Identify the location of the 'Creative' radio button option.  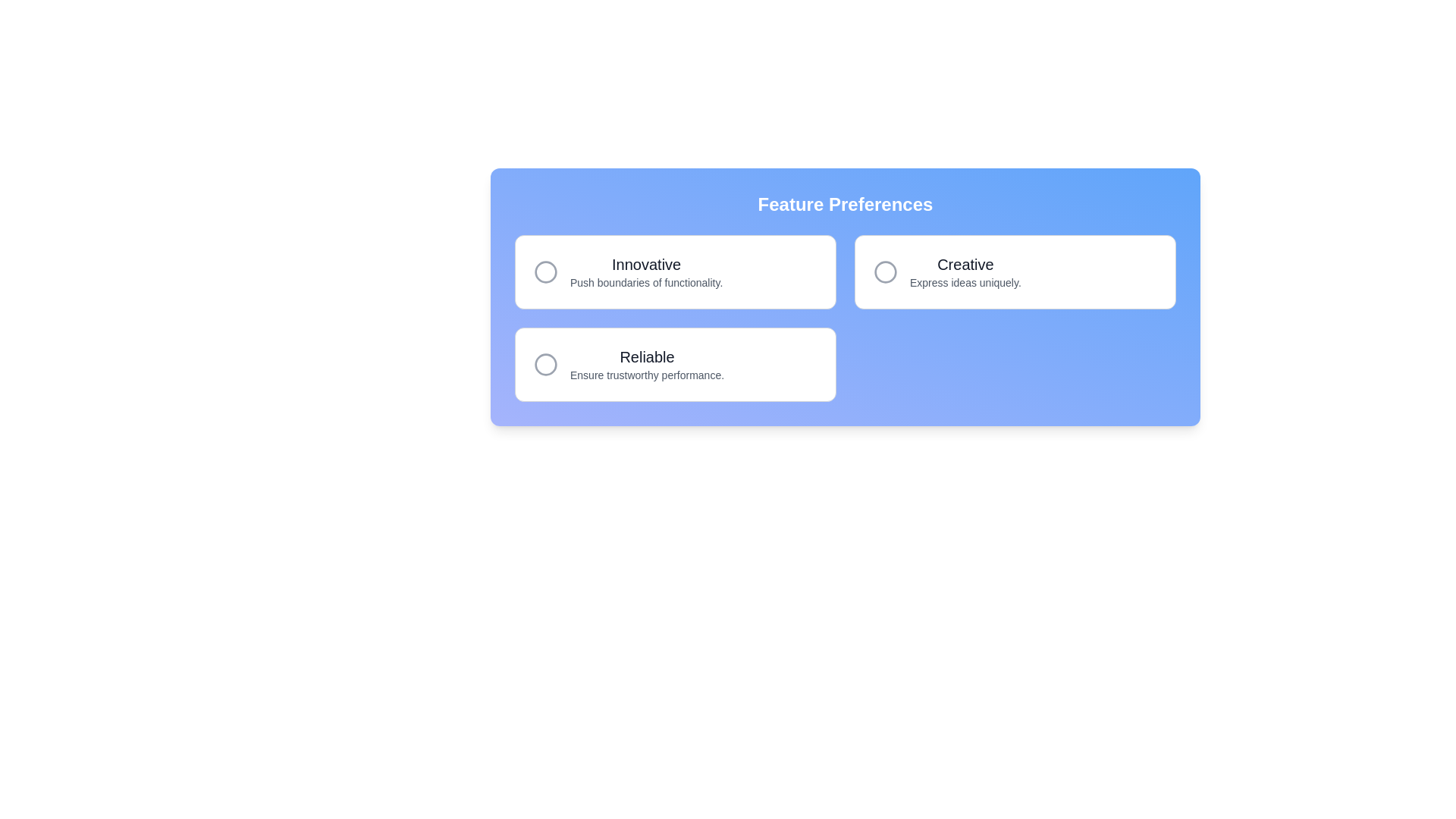
(1015, 271).